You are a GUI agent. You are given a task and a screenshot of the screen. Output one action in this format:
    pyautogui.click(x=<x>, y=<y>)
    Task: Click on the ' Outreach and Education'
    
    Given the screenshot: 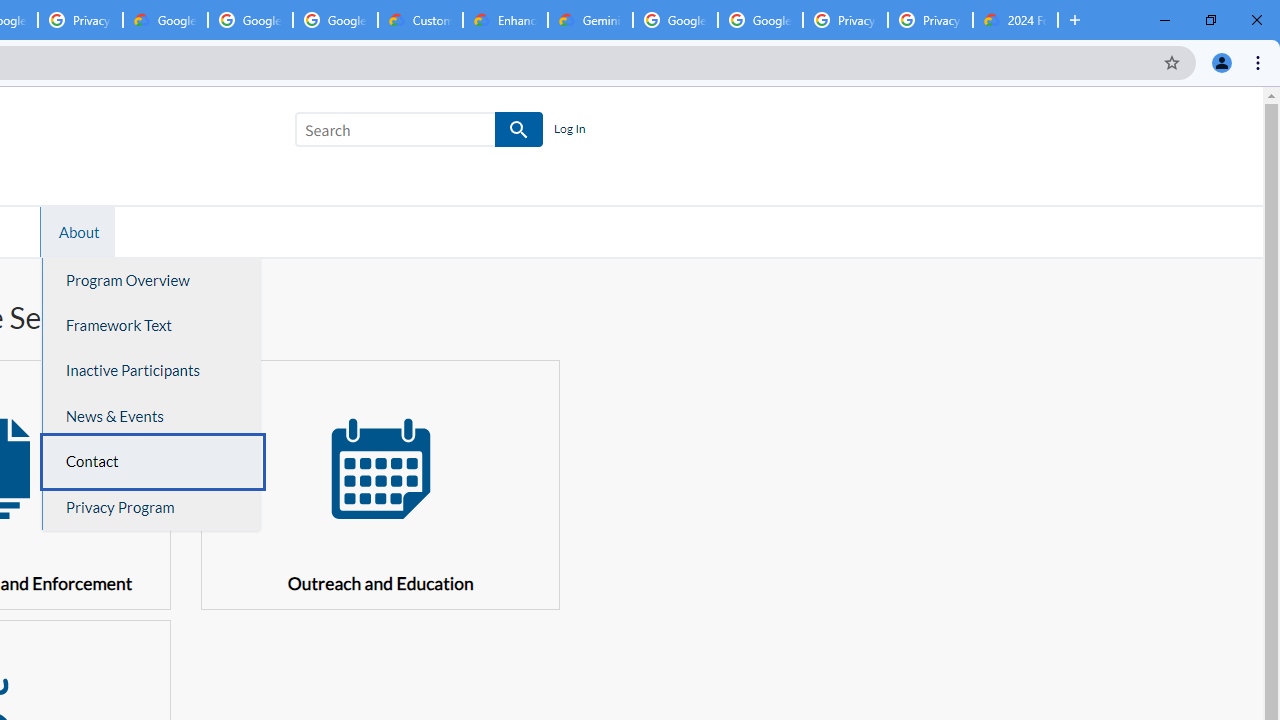 What is the action you would take?
    pyautogui.click(x=380, y=484)
    